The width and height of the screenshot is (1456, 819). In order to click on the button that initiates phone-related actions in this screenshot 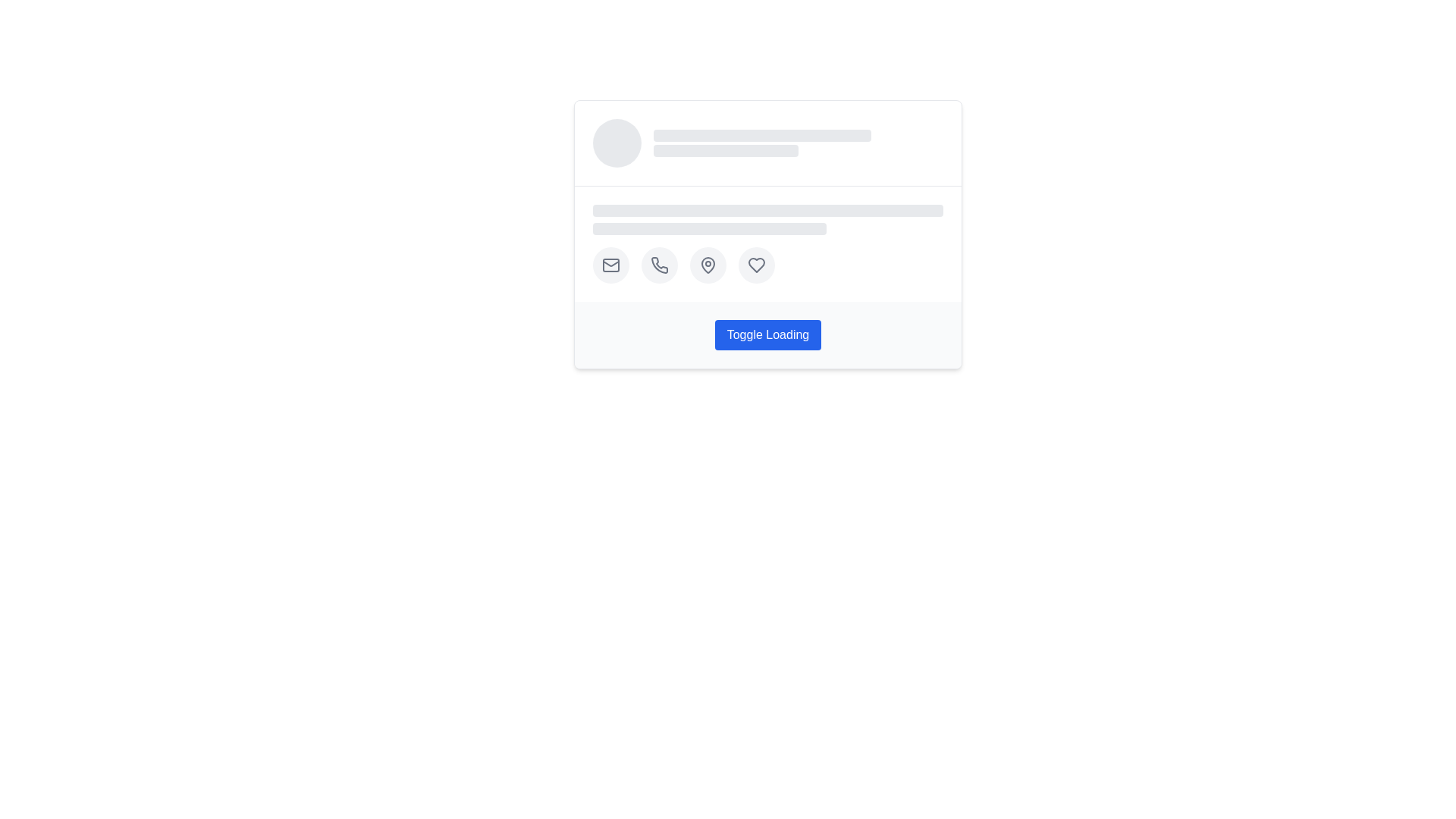, I will do `click(659, 265)`.